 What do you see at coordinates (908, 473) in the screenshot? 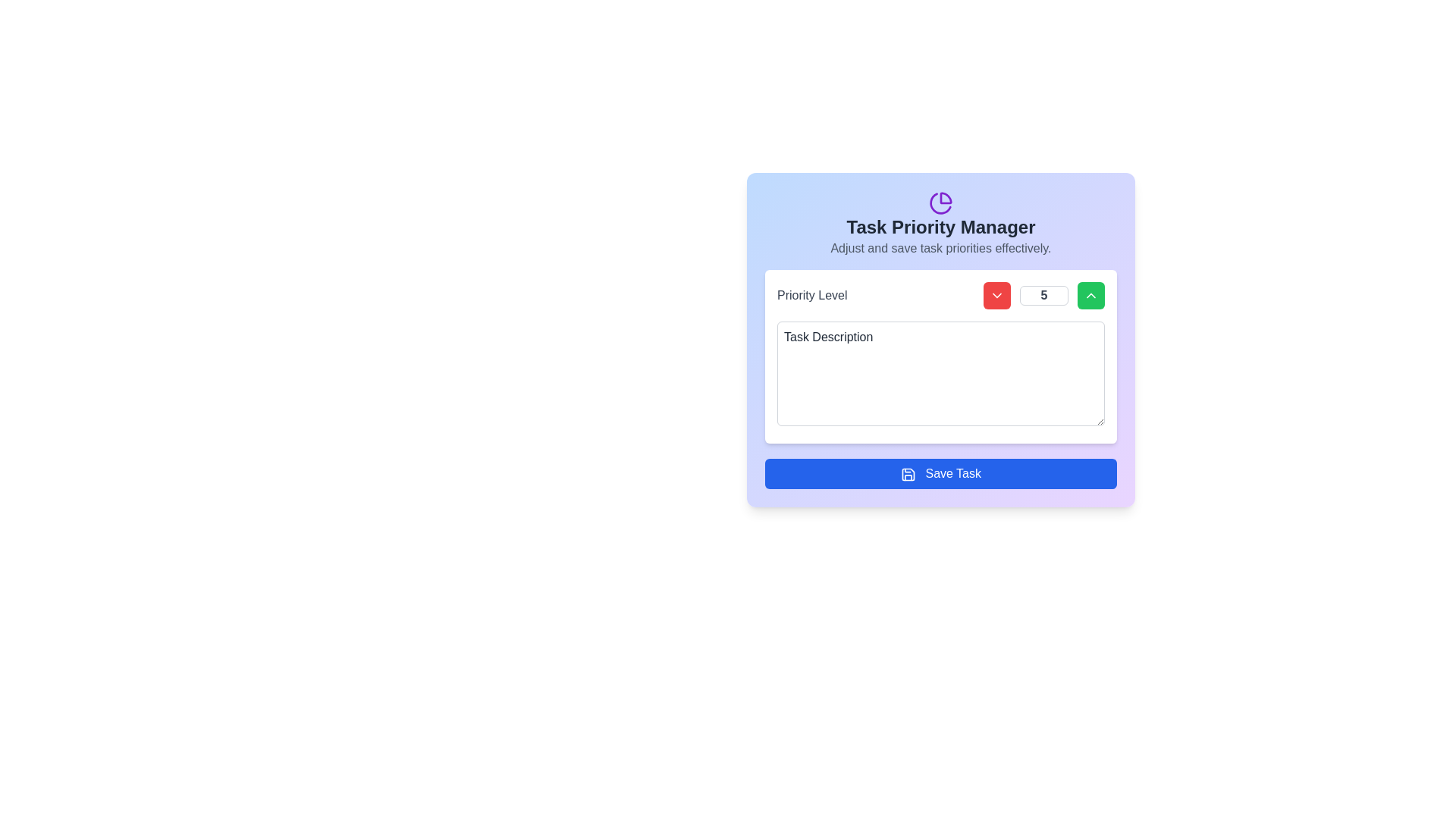
I see `the save icon located to the left of the 'Save Task' text in the blue button at the bottom of the 'Task Priority Manager' form` at bounding box center [908, 473].